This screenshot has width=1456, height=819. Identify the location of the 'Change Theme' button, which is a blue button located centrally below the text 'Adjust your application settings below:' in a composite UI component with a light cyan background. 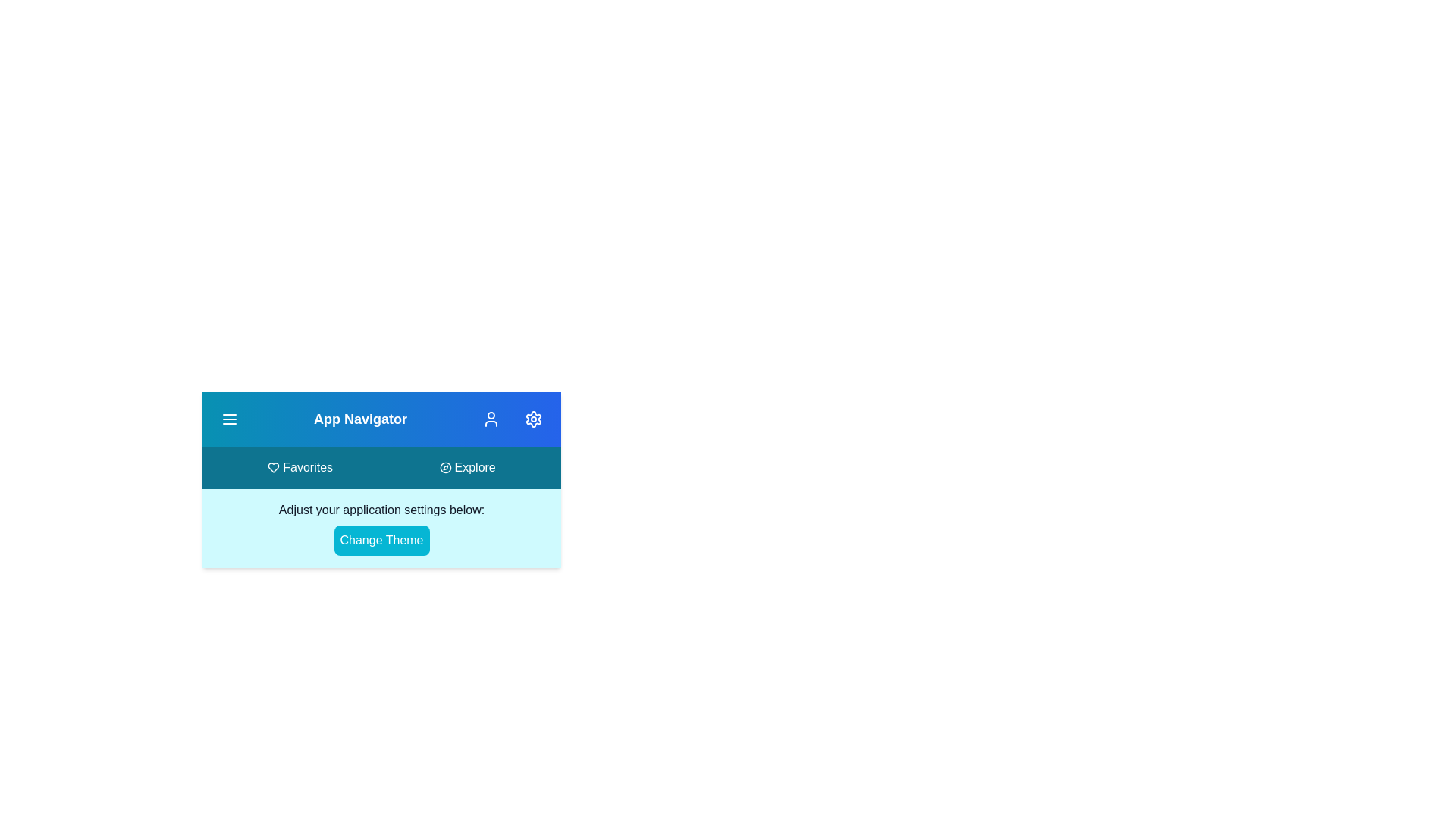
(381, 528).